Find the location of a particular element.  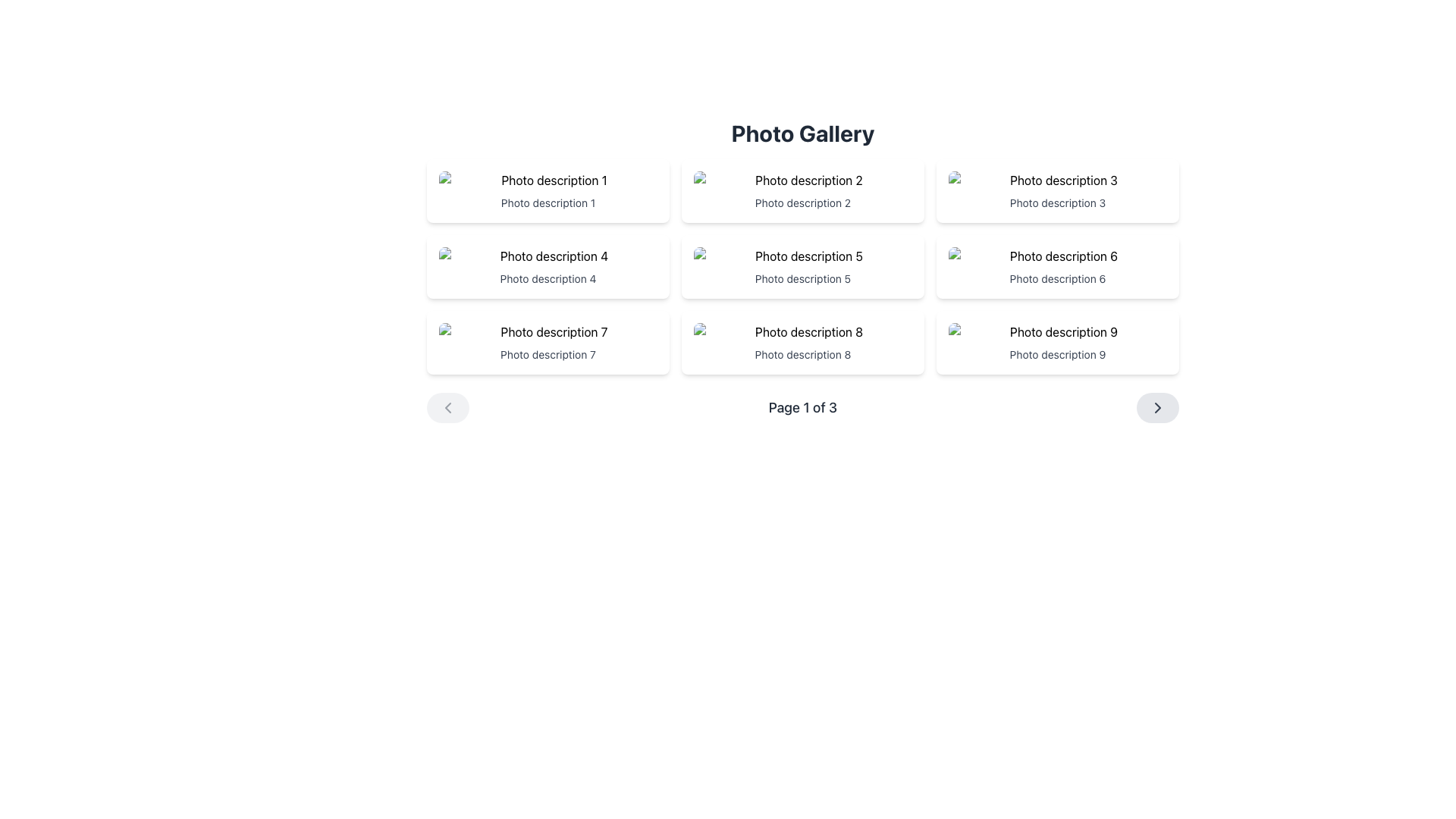

the image thumbnail located in the card labeled 'Photo description 6' in the second row and third column of the grid is located at coordinates (1057, 256).